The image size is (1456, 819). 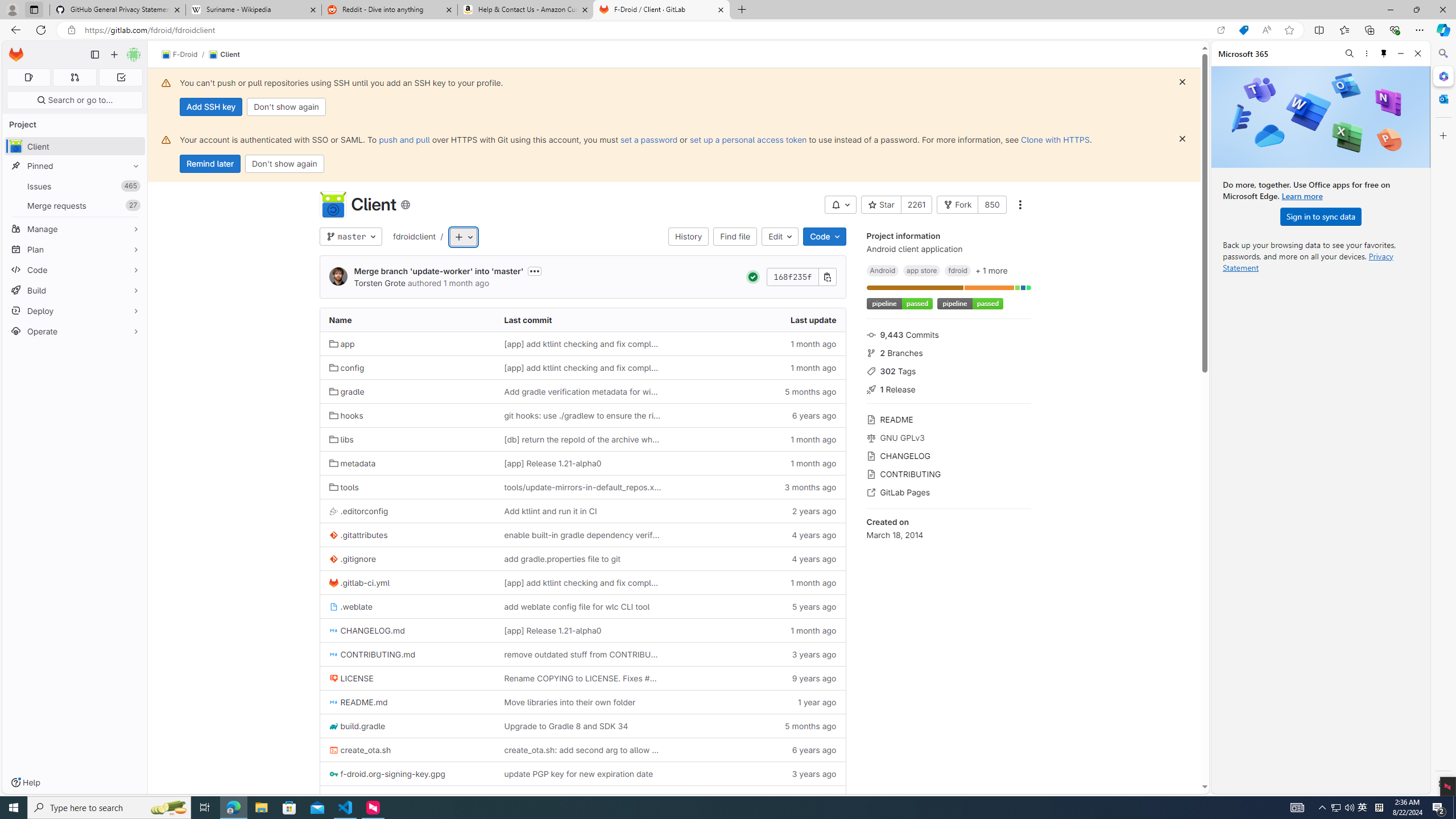 What do you see at coordinates (113, 54) in the screenshot?
I see `'Create new...'` at bounding box center [113, 54].